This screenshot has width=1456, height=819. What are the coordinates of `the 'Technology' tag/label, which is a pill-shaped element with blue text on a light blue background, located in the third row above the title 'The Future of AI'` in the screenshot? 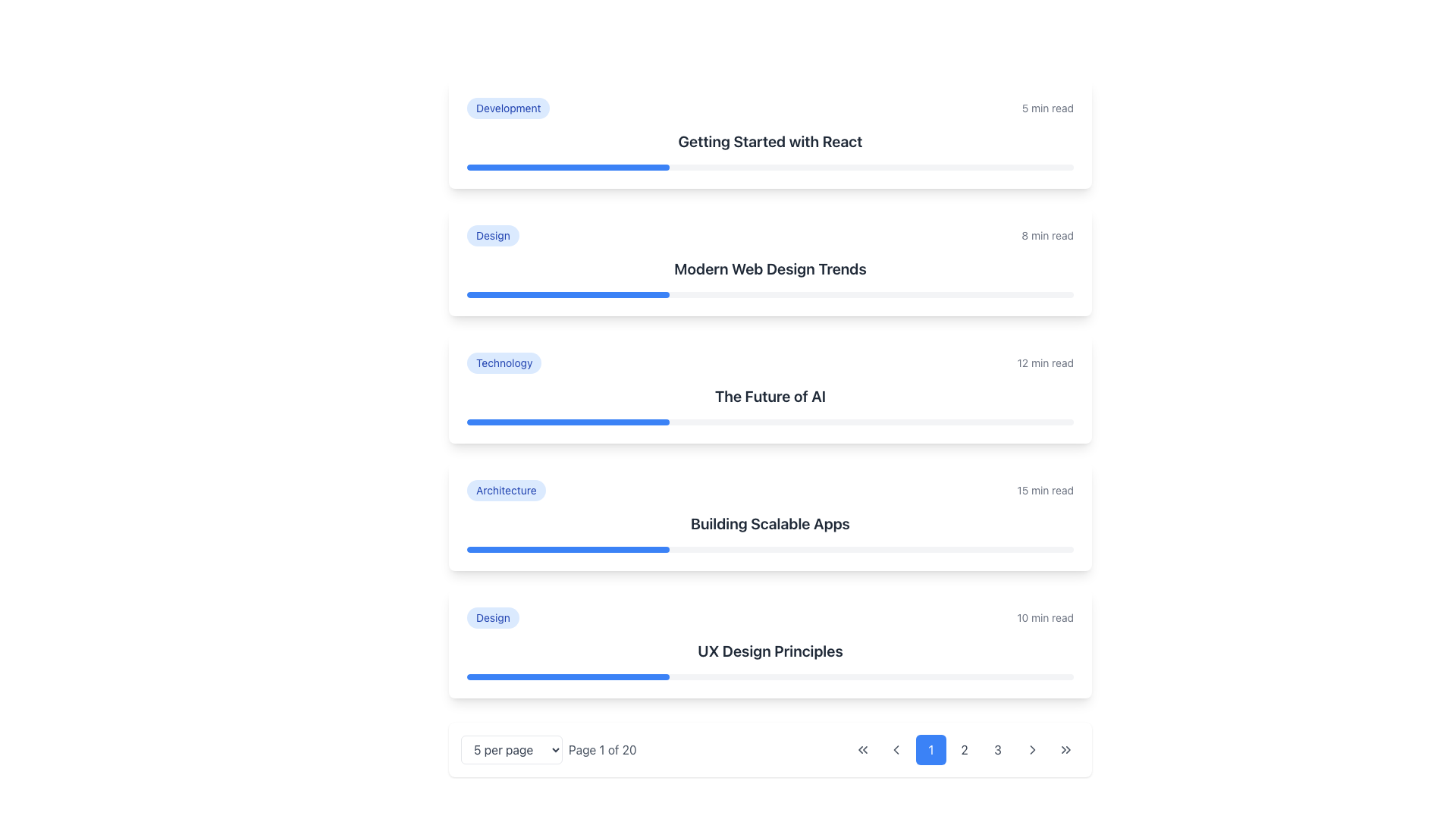 It's located at (504, 362).